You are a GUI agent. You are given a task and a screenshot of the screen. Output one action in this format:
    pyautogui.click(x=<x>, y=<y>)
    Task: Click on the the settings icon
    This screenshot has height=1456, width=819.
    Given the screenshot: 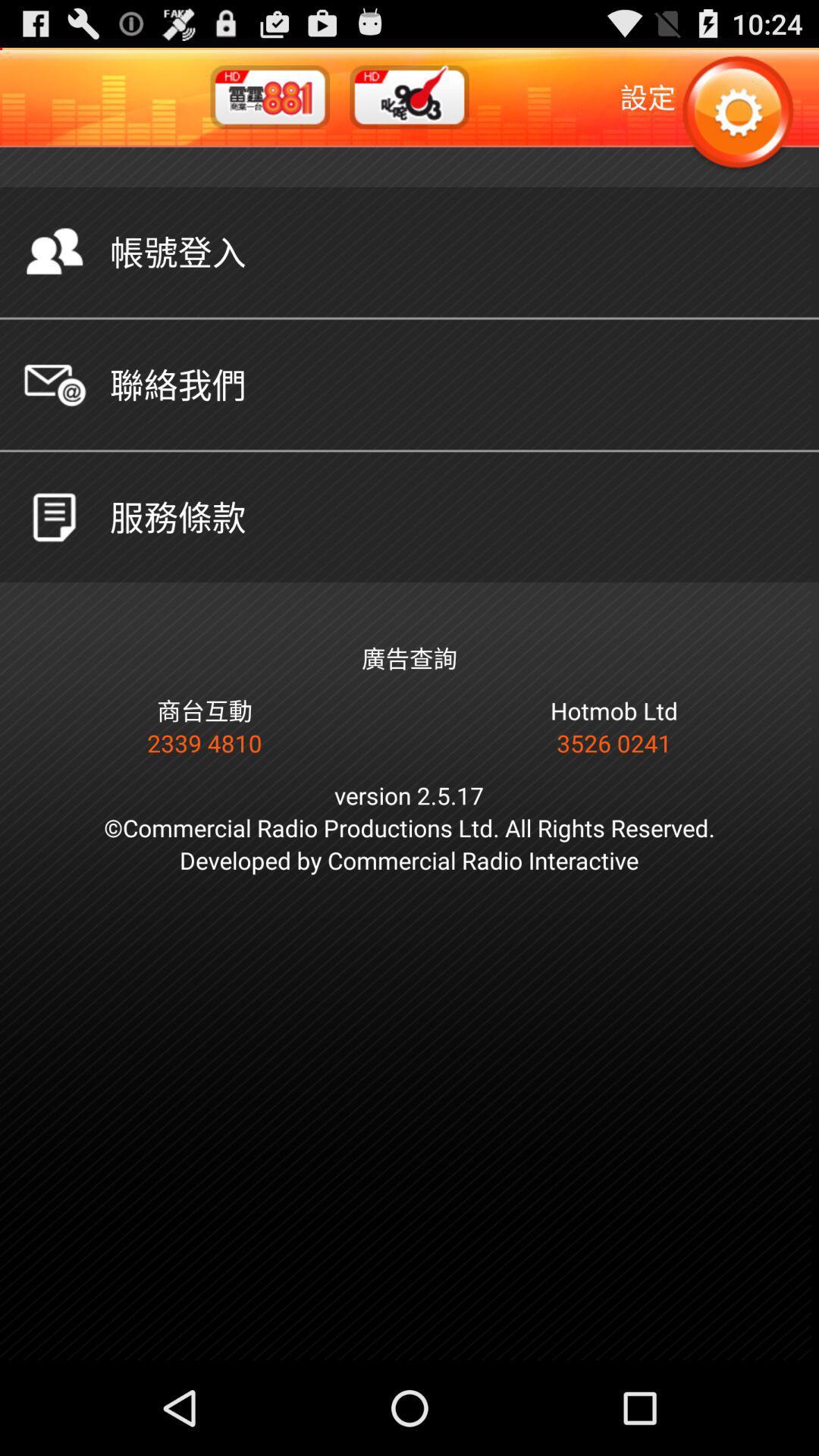 What is the action you would take?
    pyautogui.click(x=736, y=121)
    